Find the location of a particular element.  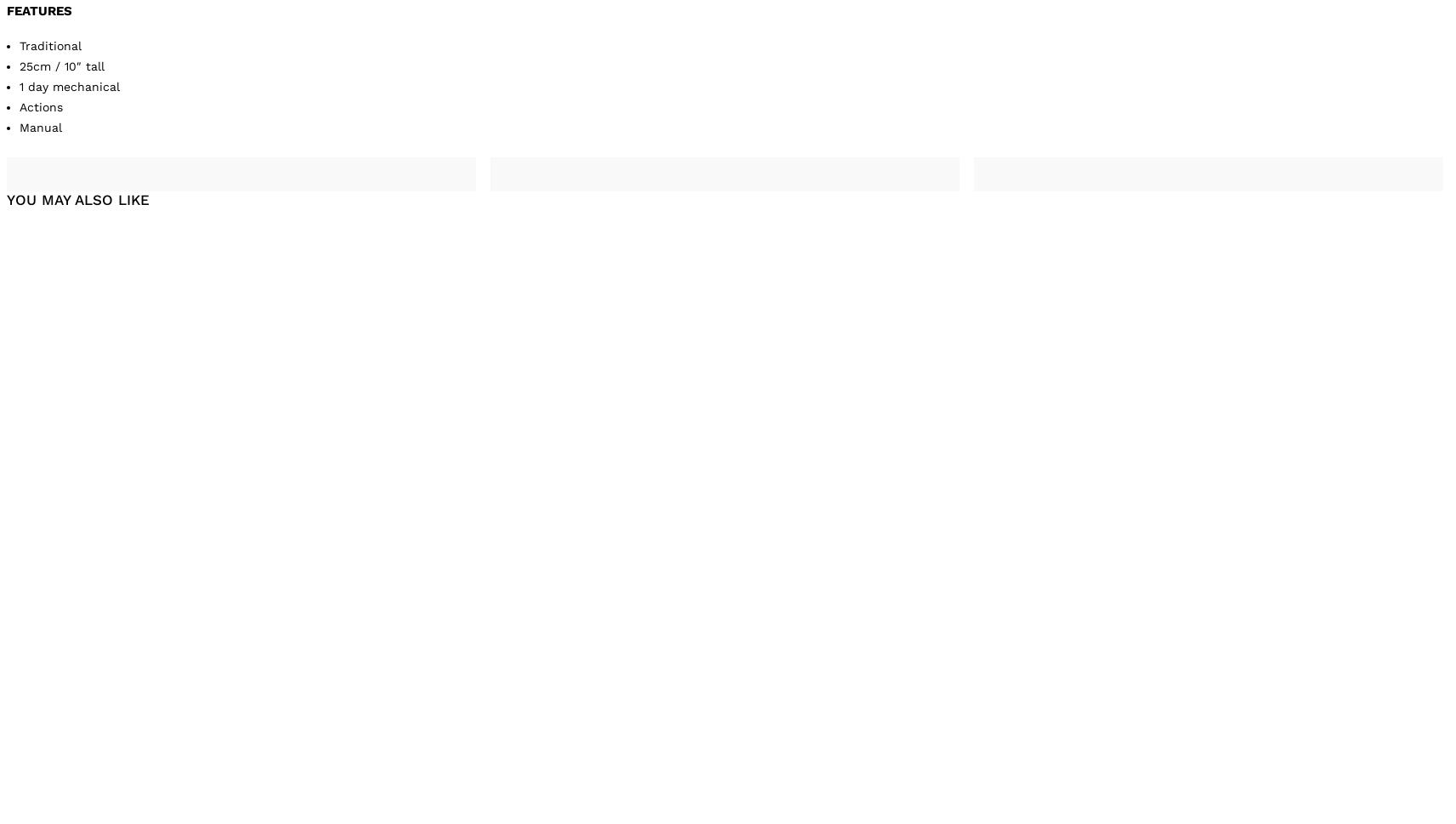

'£459.00' is located at coordinates (326, 700).